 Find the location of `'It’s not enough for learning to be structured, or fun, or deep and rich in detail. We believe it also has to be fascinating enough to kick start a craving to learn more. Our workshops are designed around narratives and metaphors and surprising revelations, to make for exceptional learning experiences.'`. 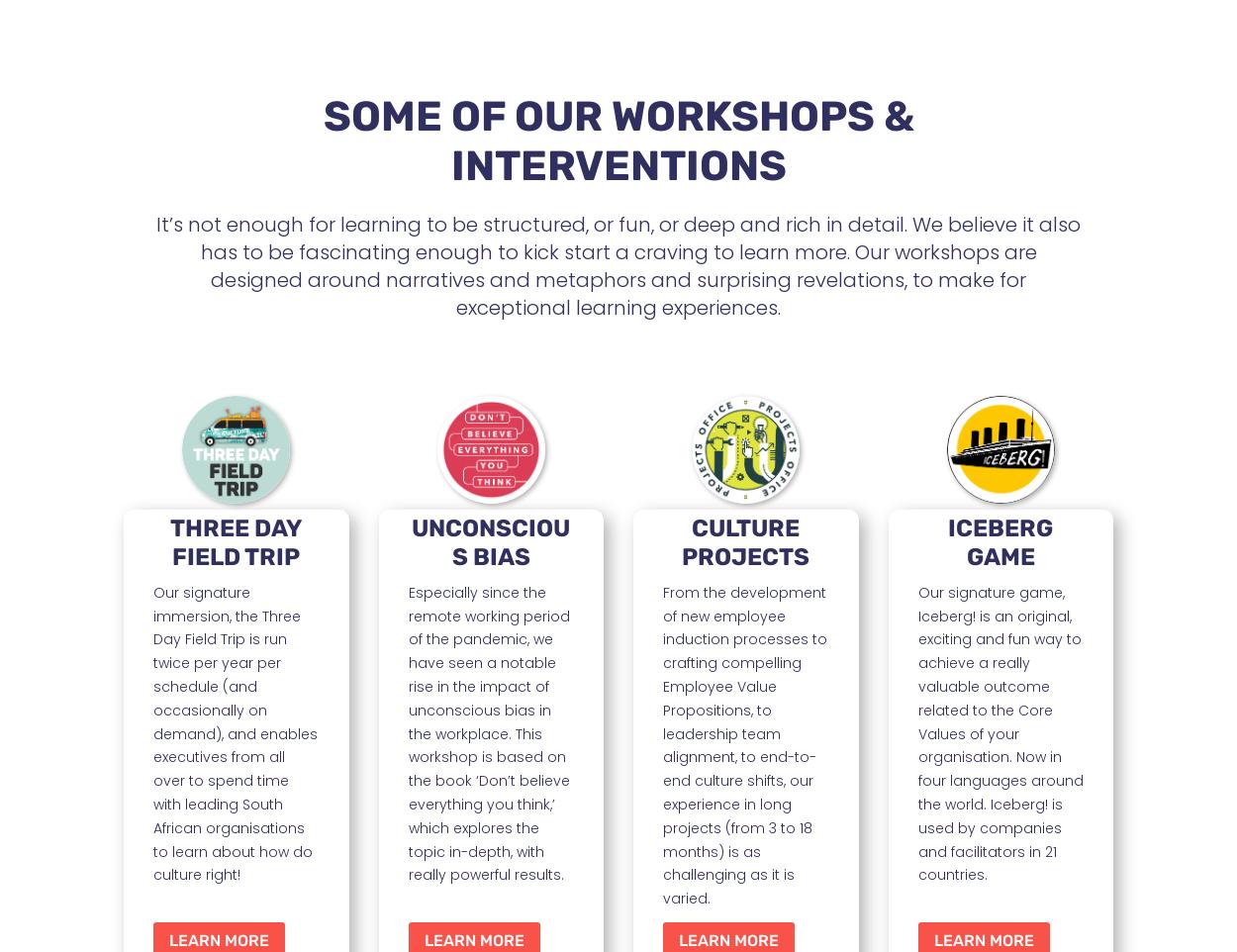

'It’s not enough for learning to be structured, or fun, or deep and rich in detail. We believe it also has to be fascinating enough to kick start a craving to learn more. Our workshops are designed around narratives and metaphors and surprising revelations, to make for exceptional learning experiences.' is located at coordinates (618, 265).